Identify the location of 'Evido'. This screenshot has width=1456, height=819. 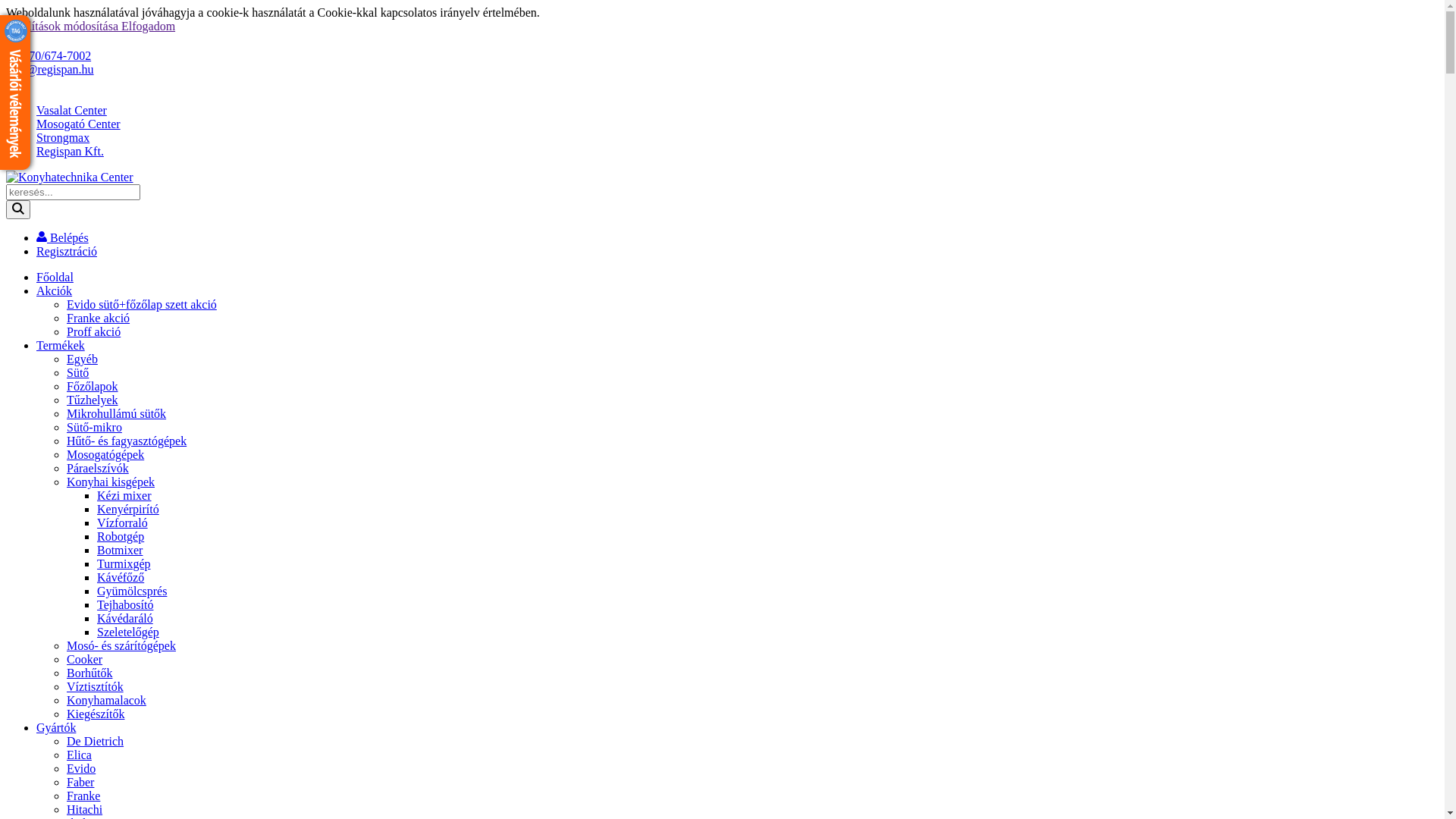
(80, 768).